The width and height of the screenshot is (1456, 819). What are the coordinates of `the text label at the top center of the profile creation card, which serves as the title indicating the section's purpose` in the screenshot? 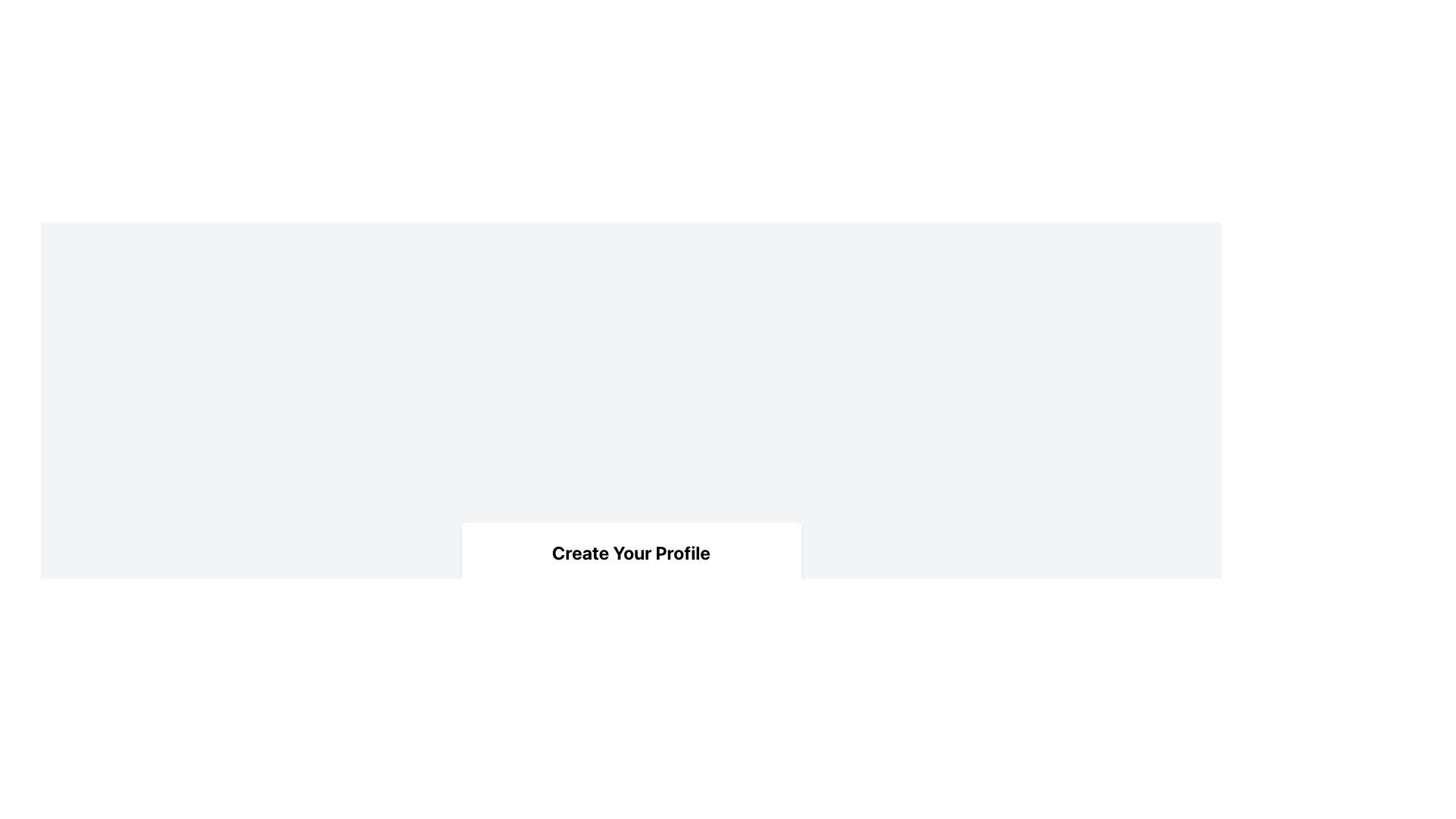 It's located at (631, 552).